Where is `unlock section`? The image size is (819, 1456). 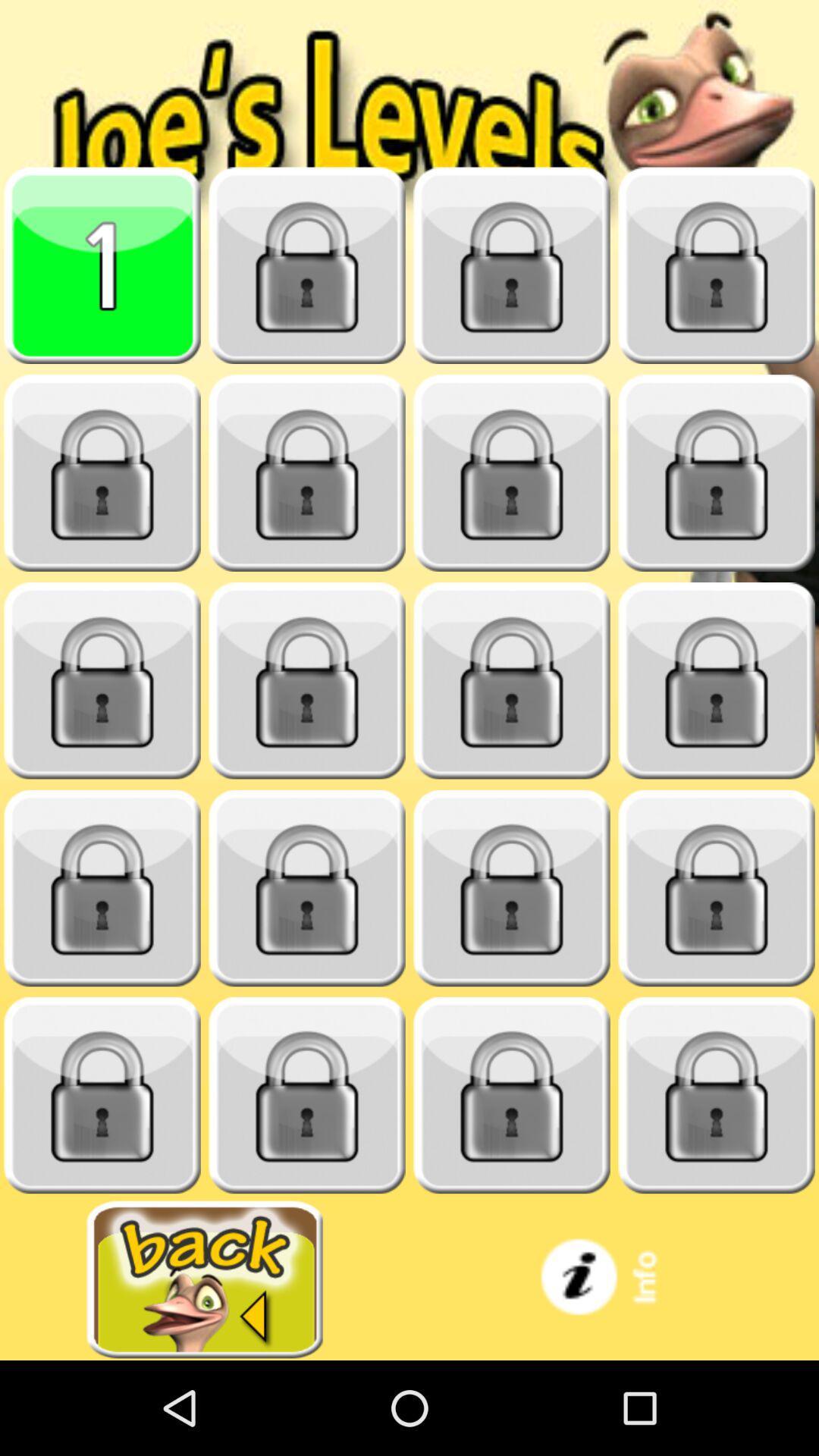
unlock section is located at coordinates (717, 265).